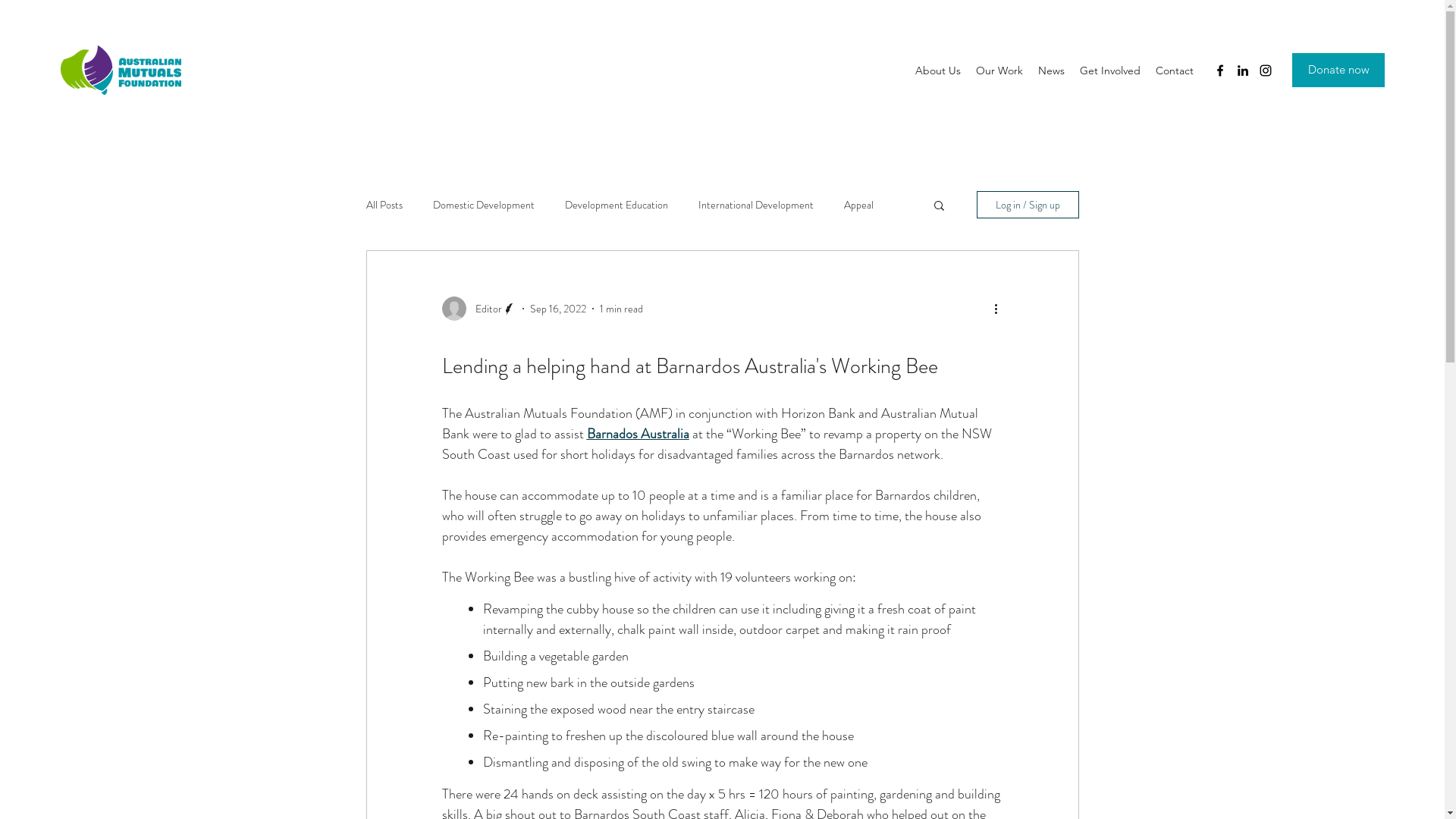 The height and width of the screenshot is (819, 1456). Describe the element at coordinates (937, 70) in the screenshot. I see `'About Us'` at that location.